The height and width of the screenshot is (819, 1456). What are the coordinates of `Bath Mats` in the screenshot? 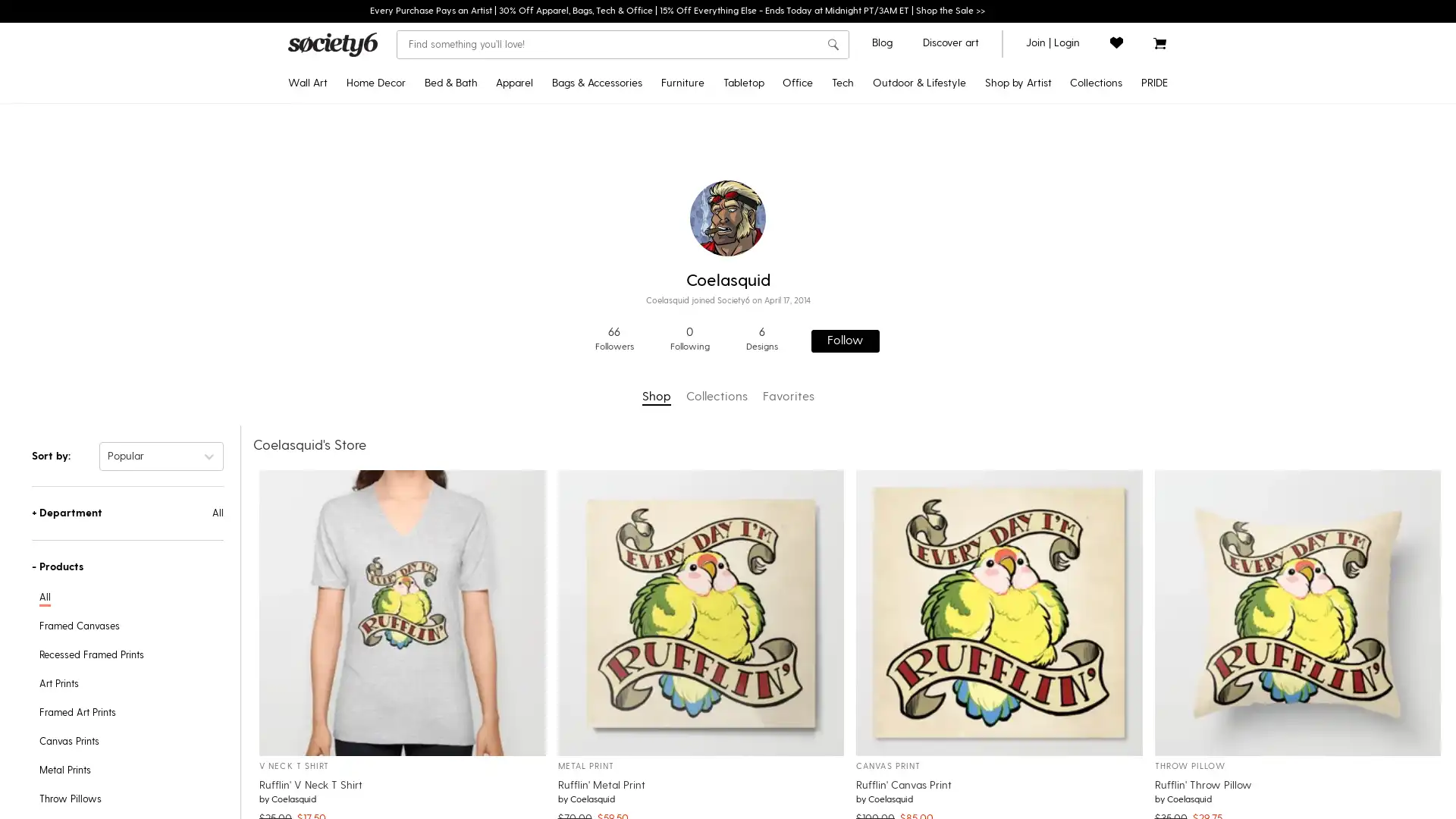 It's located at (483, 219).